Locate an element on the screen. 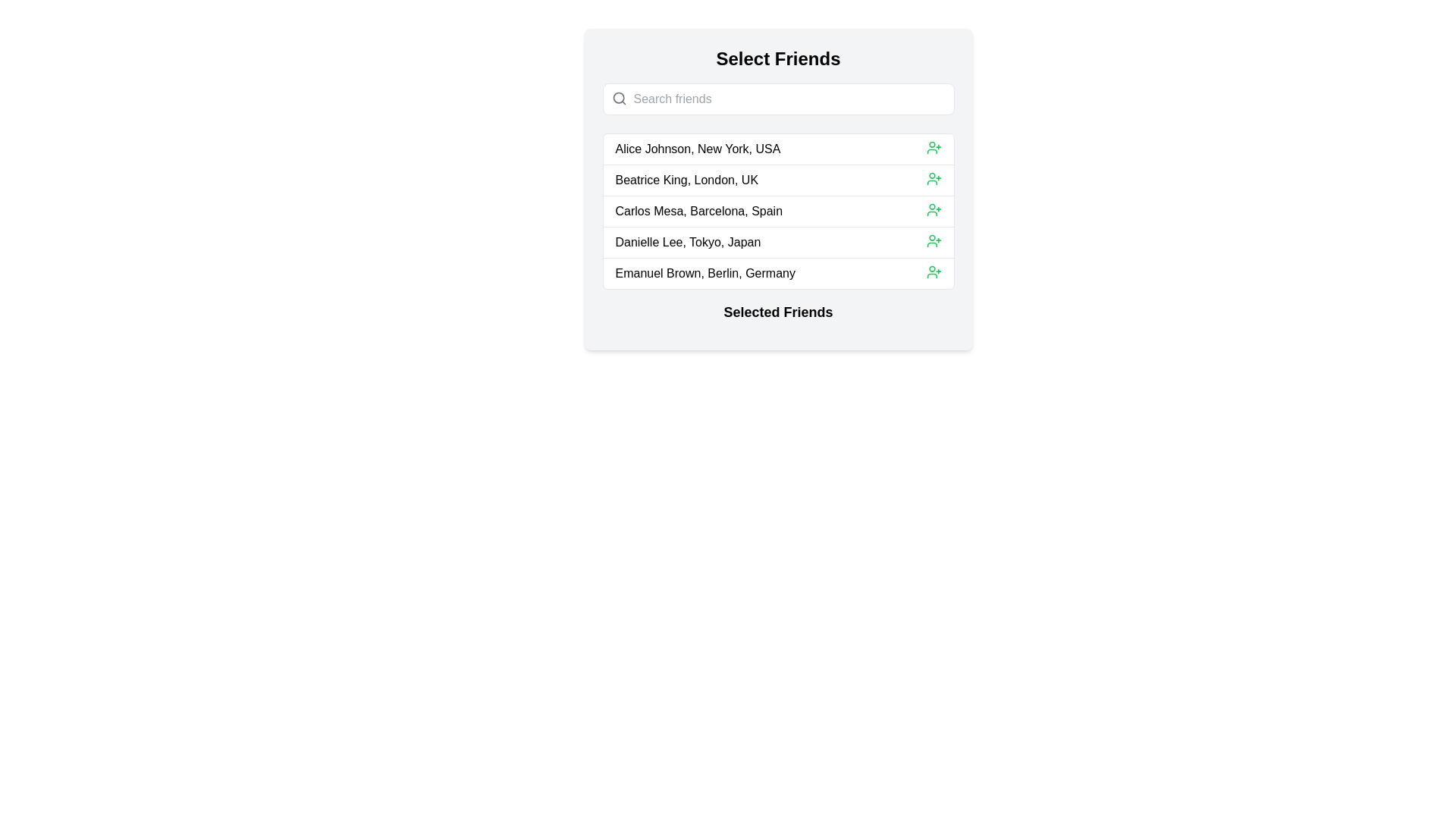  the green user icon with a '+' sign located to the far right of the row containing the text 'Alice Johnson, New York, USA' is located at coordinates (933, 148).